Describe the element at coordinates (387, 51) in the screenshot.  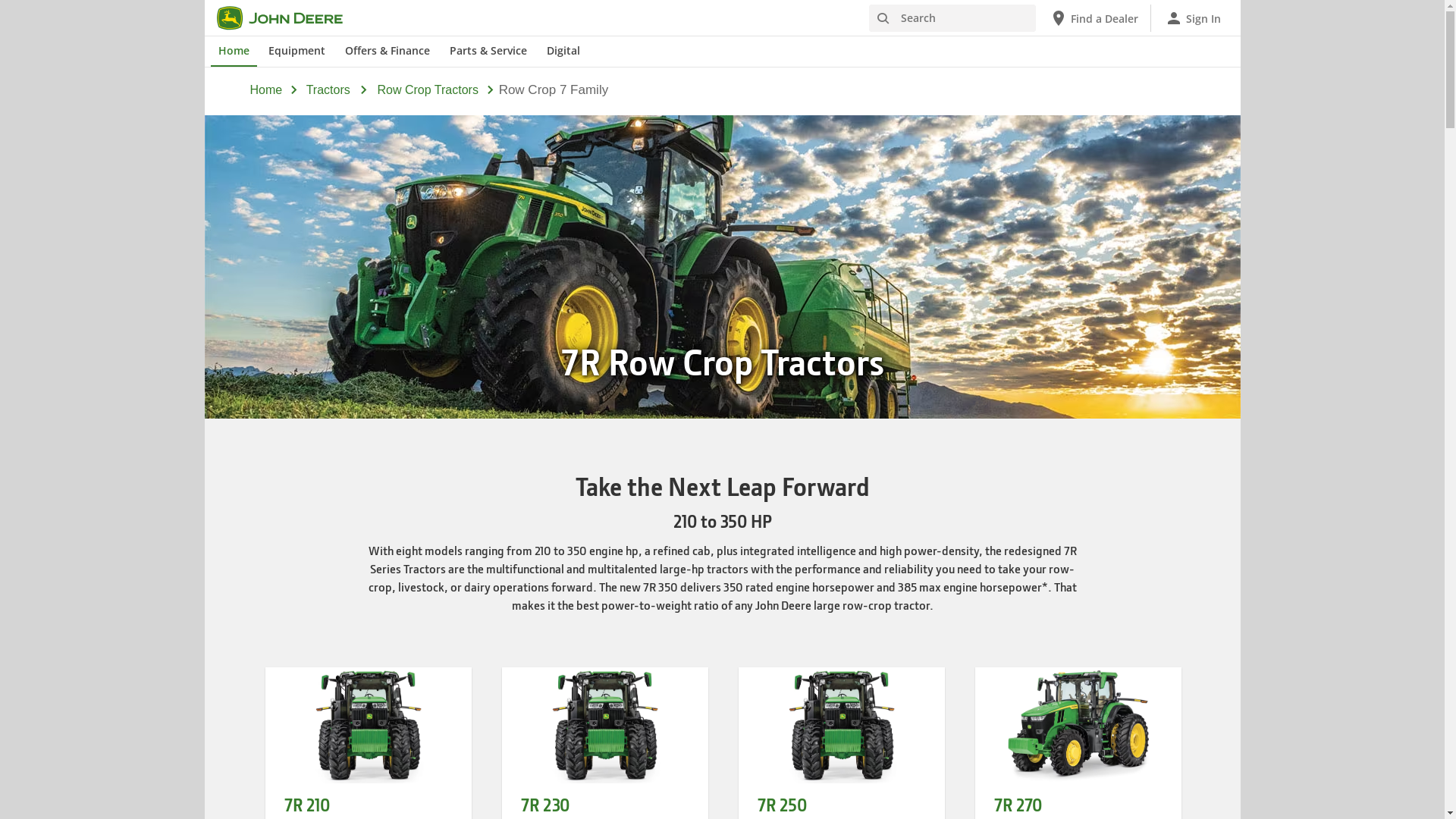
I see `'Offers & Finance'` at that location.